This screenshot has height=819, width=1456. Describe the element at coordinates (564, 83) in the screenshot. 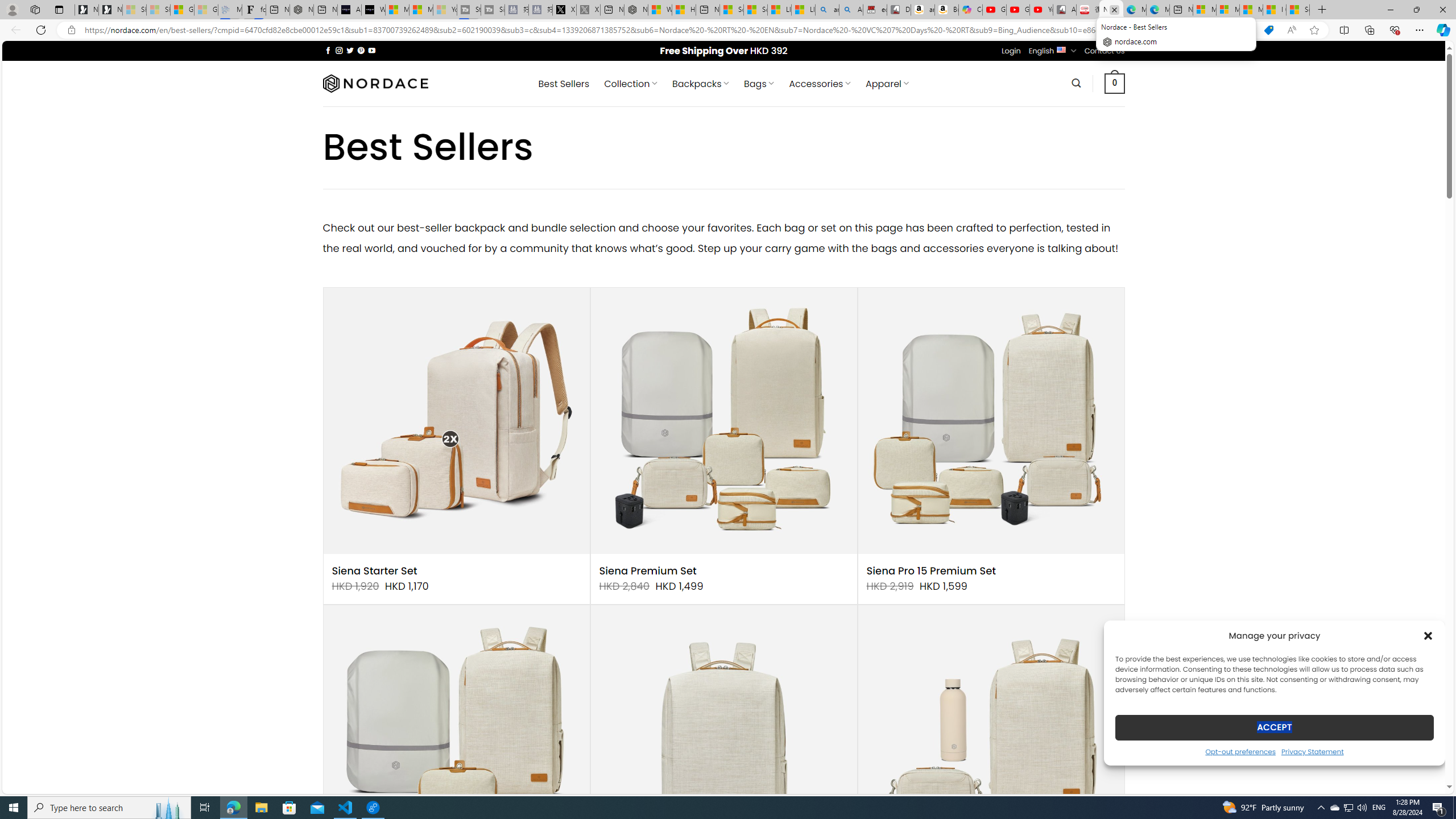

I see `' Best Sellers'` at that location.